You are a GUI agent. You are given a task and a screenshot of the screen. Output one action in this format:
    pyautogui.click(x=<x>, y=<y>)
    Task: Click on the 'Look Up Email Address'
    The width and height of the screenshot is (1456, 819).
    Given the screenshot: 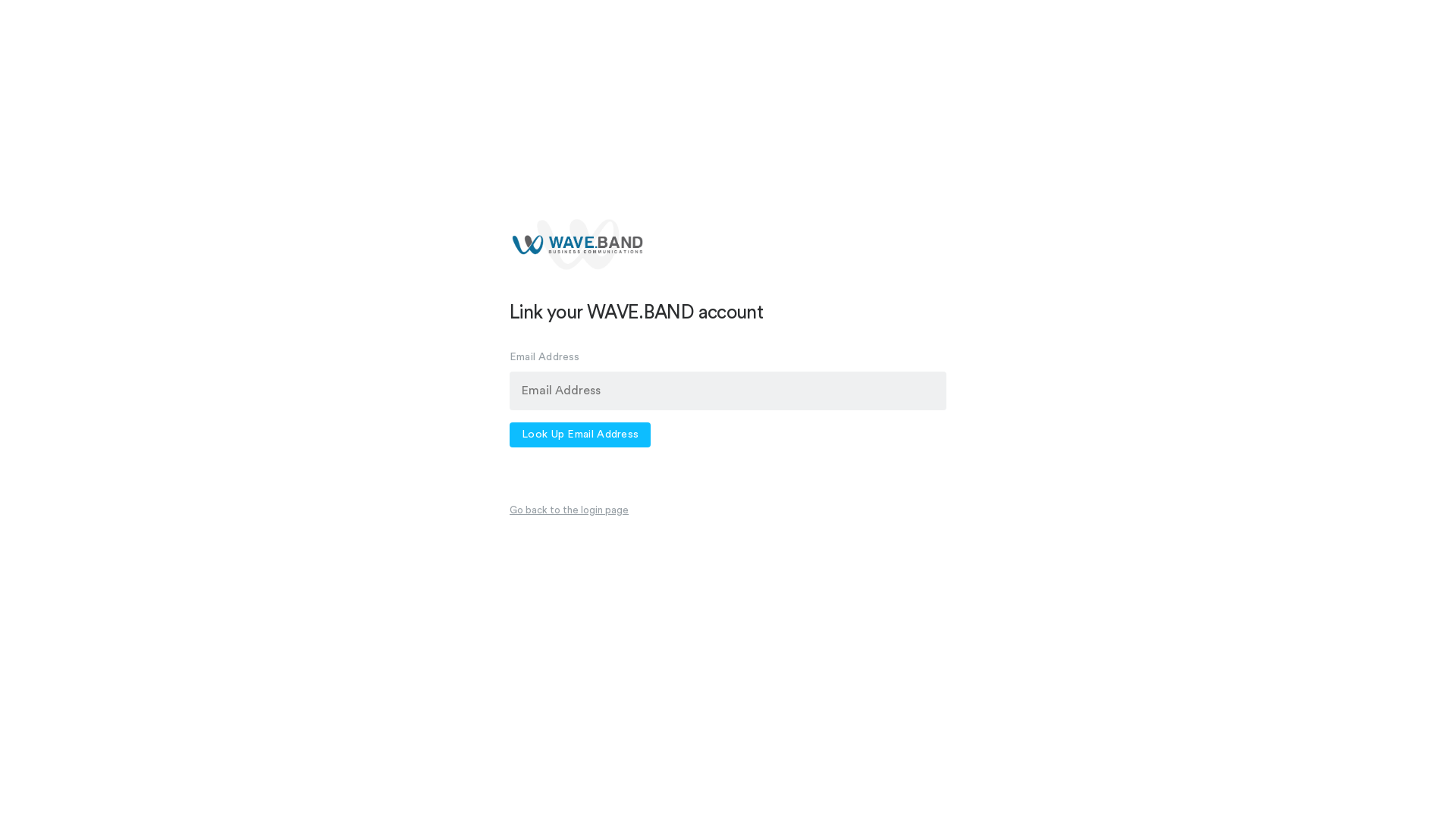 What is the action you would take?
    pyautogui.click(x=579, y=435)
    